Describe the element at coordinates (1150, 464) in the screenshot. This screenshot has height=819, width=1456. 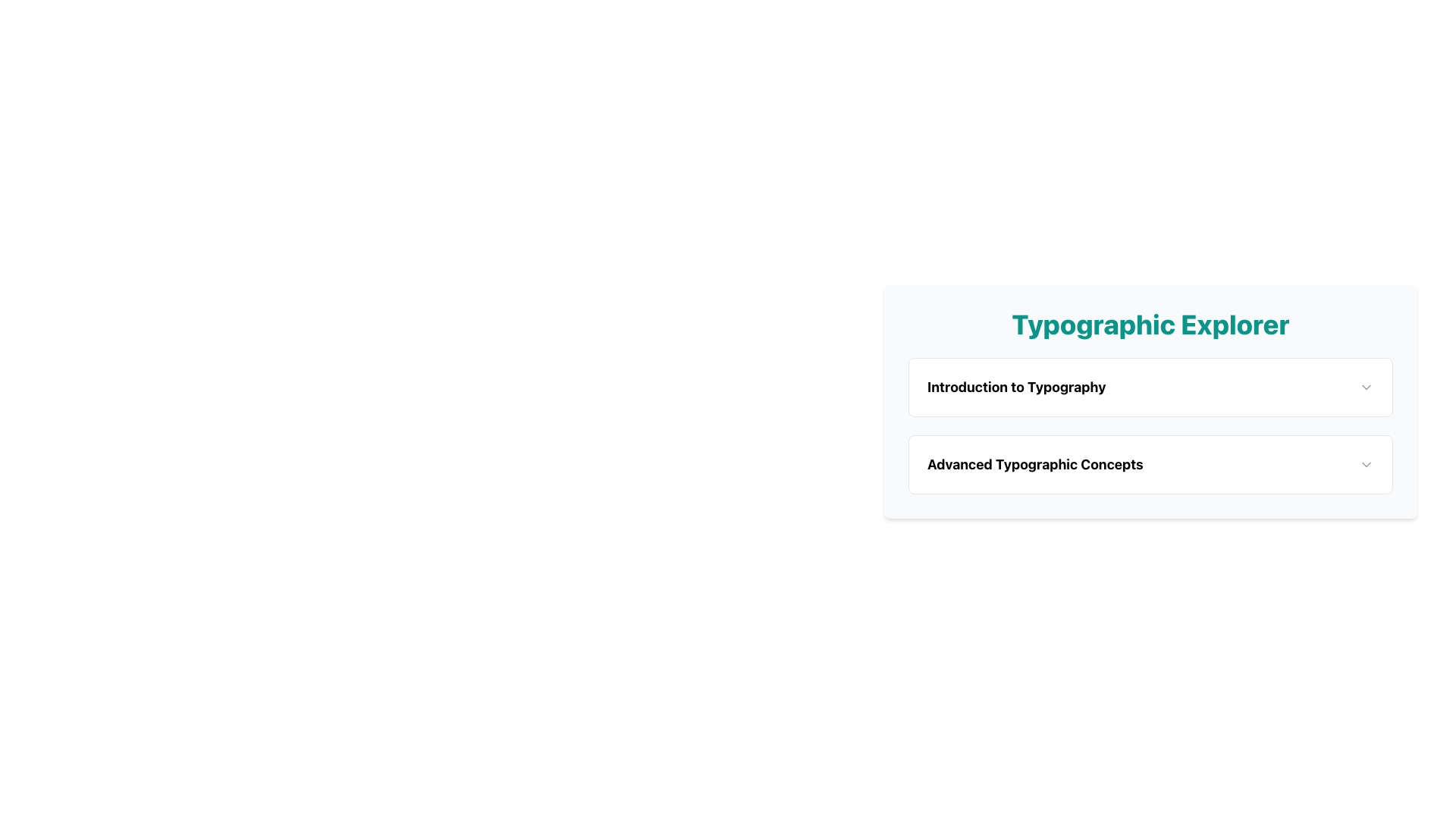
I see `the second dropdown menu item labeled 'Advanced Typographic Concepts' in the 'Typographic Explorer' section` at that location.